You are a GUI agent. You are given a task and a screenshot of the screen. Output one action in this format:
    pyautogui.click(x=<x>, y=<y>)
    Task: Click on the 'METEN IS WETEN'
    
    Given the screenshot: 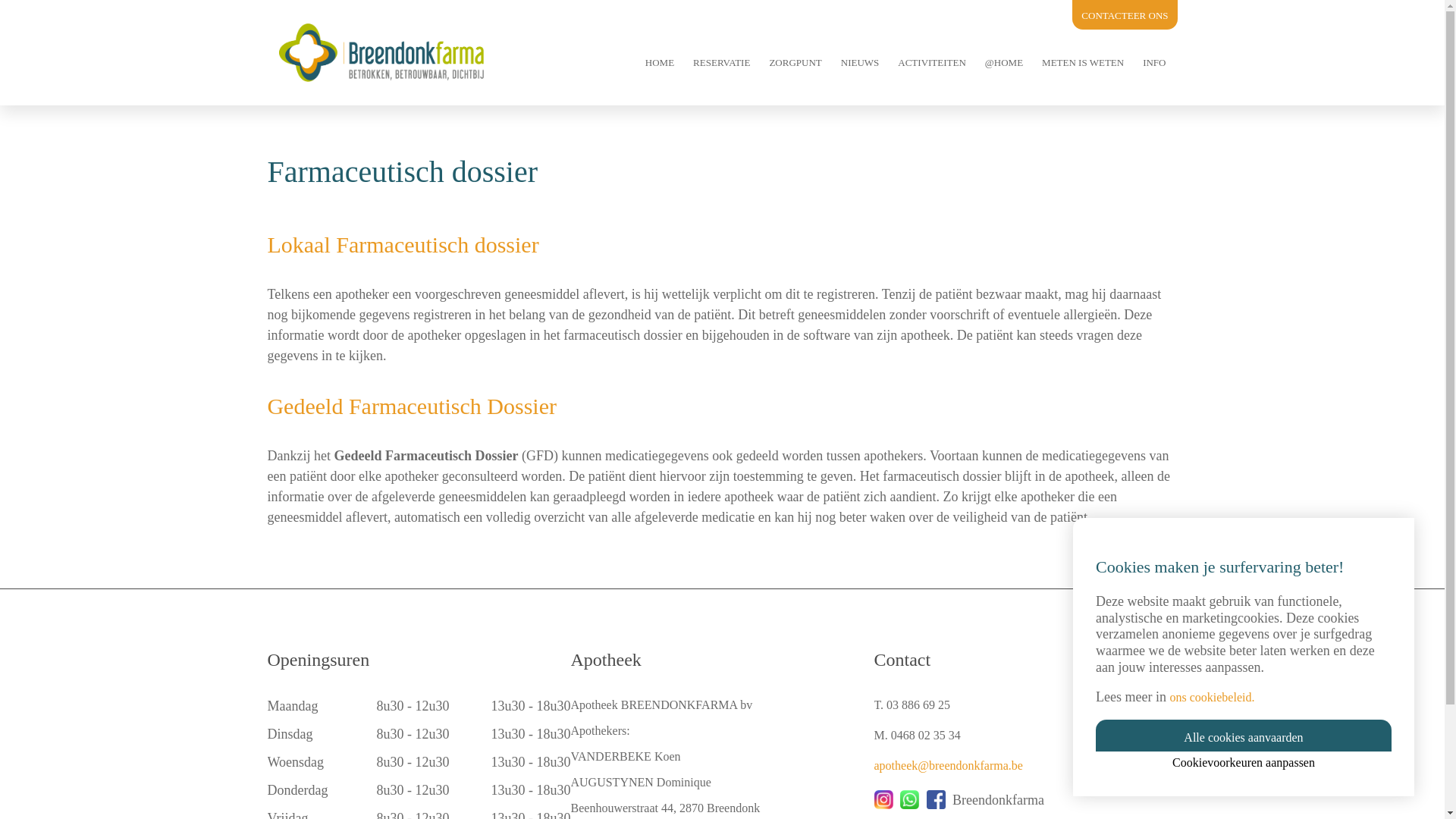 What is the action you would take?
    pyautogui.click(x=1081, y=61)
    